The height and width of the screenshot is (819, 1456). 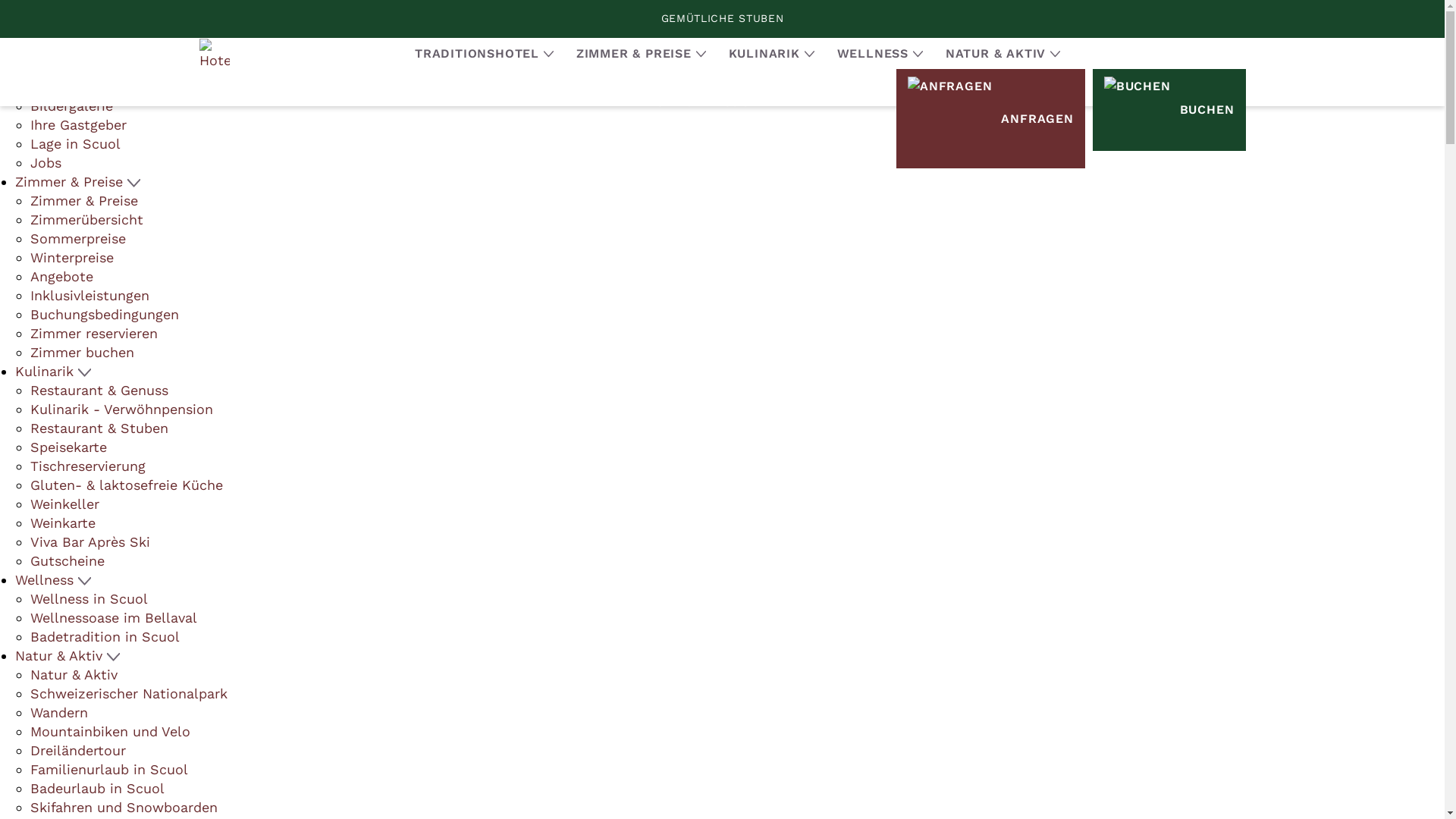 I want to click on 'Winterpreise', so click(x=71, y=256).